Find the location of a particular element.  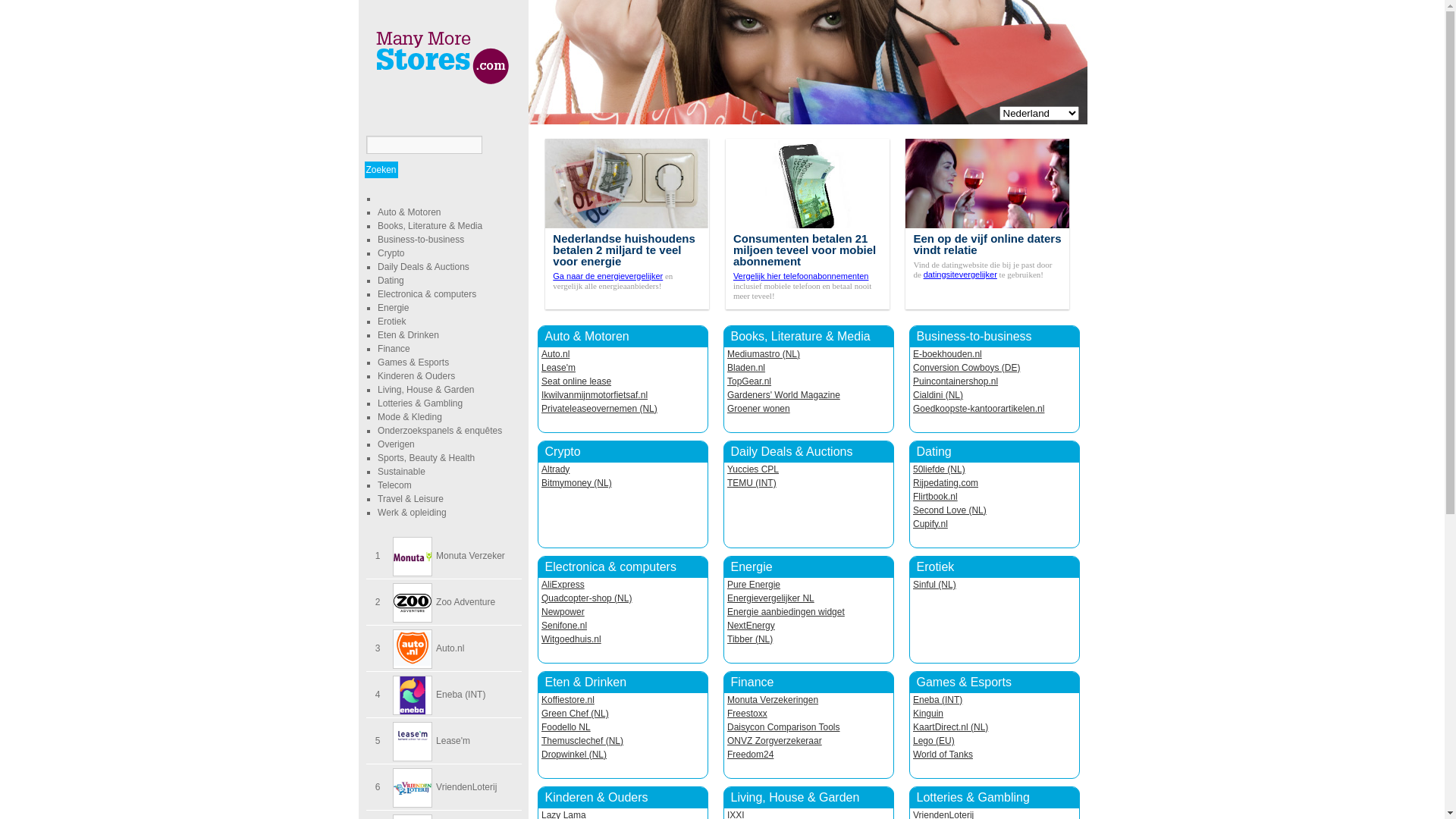

'Erotiek' is located at coordinates (391, 321).